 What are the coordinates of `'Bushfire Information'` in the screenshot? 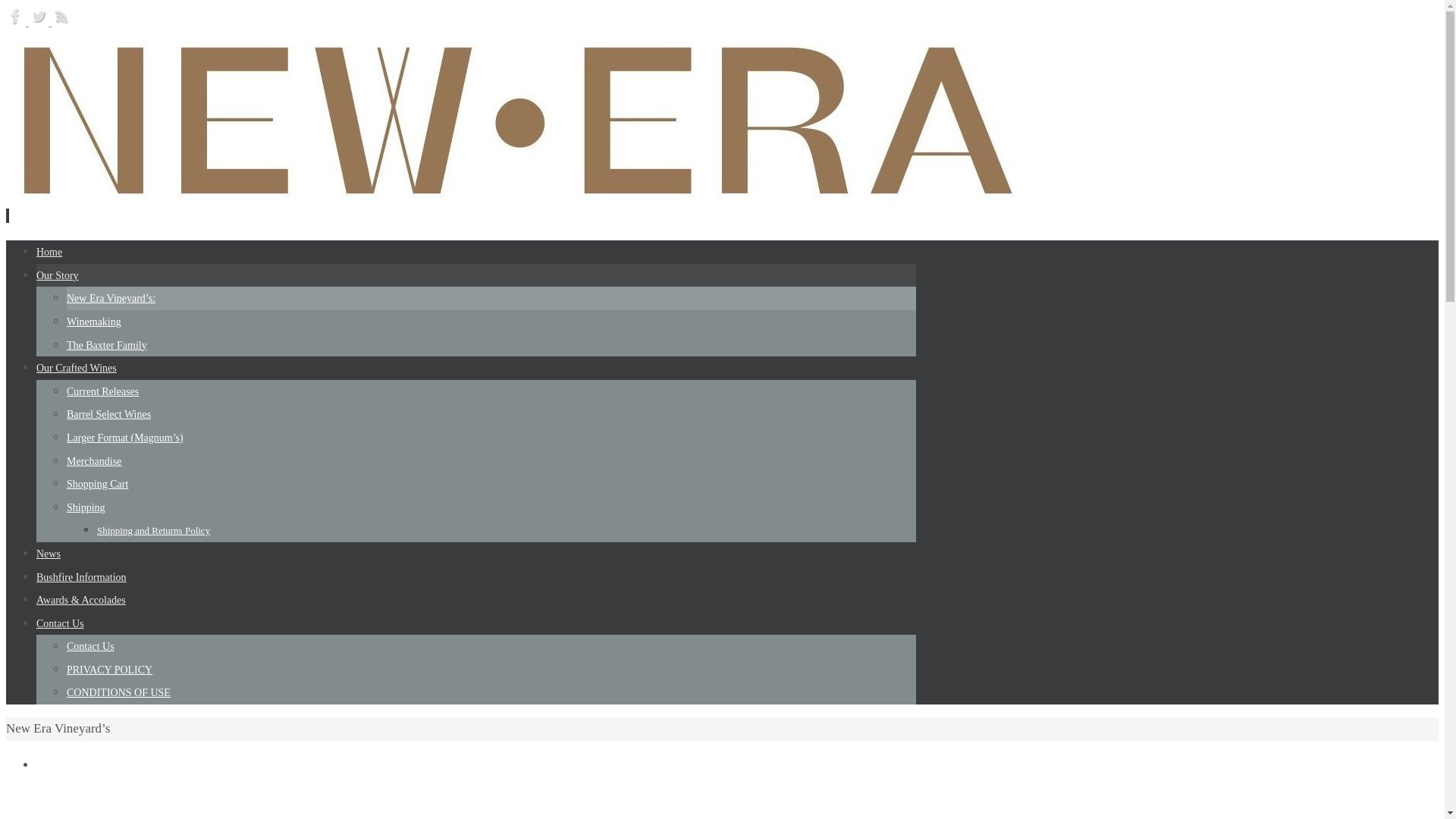 It's located at (80, 577).